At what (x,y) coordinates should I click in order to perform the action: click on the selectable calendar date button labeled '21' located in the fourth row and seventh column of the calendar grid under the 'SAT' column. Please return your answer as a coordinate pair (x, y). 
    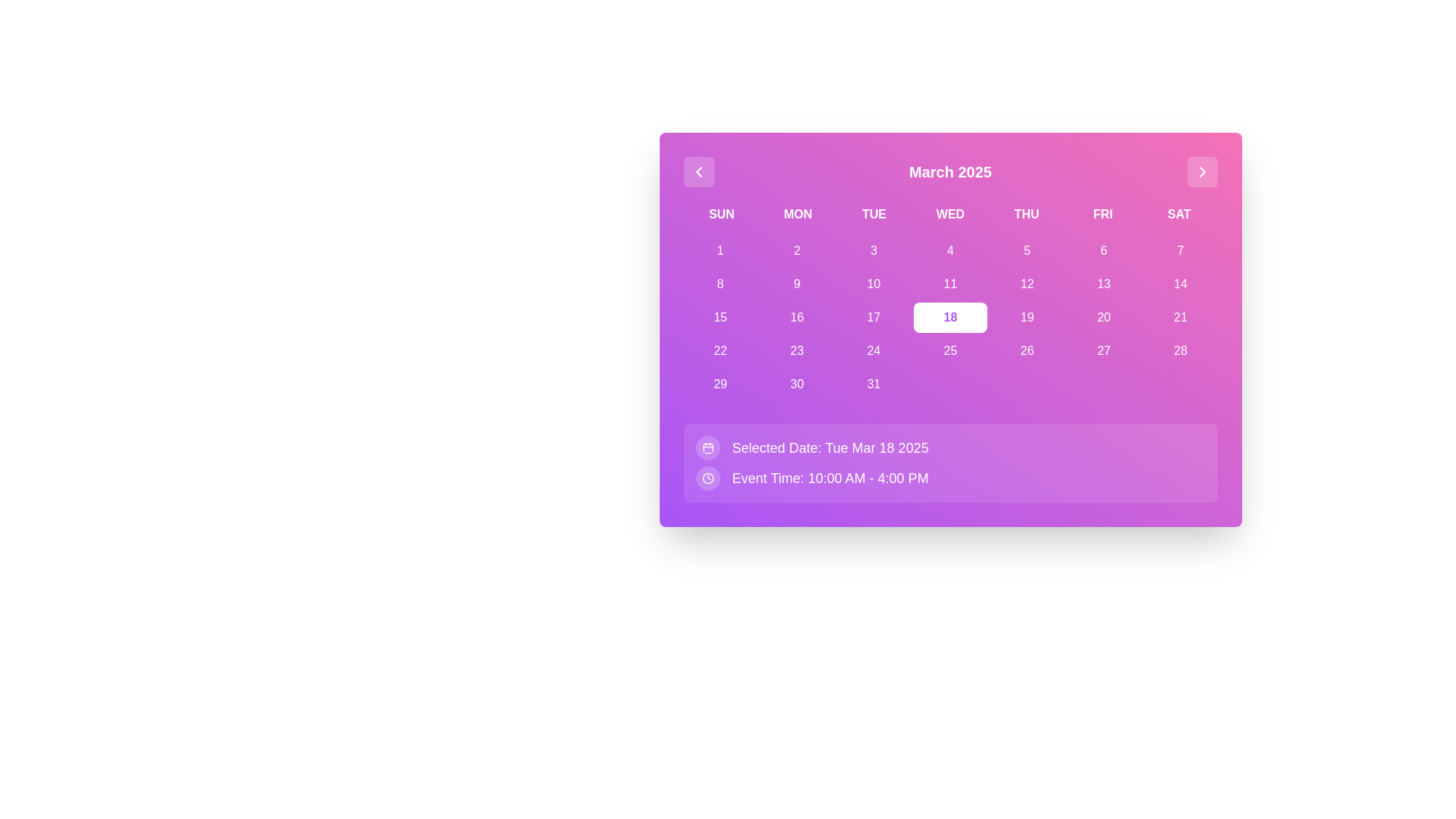
    Looking at the image, I should click on (1179, 317).